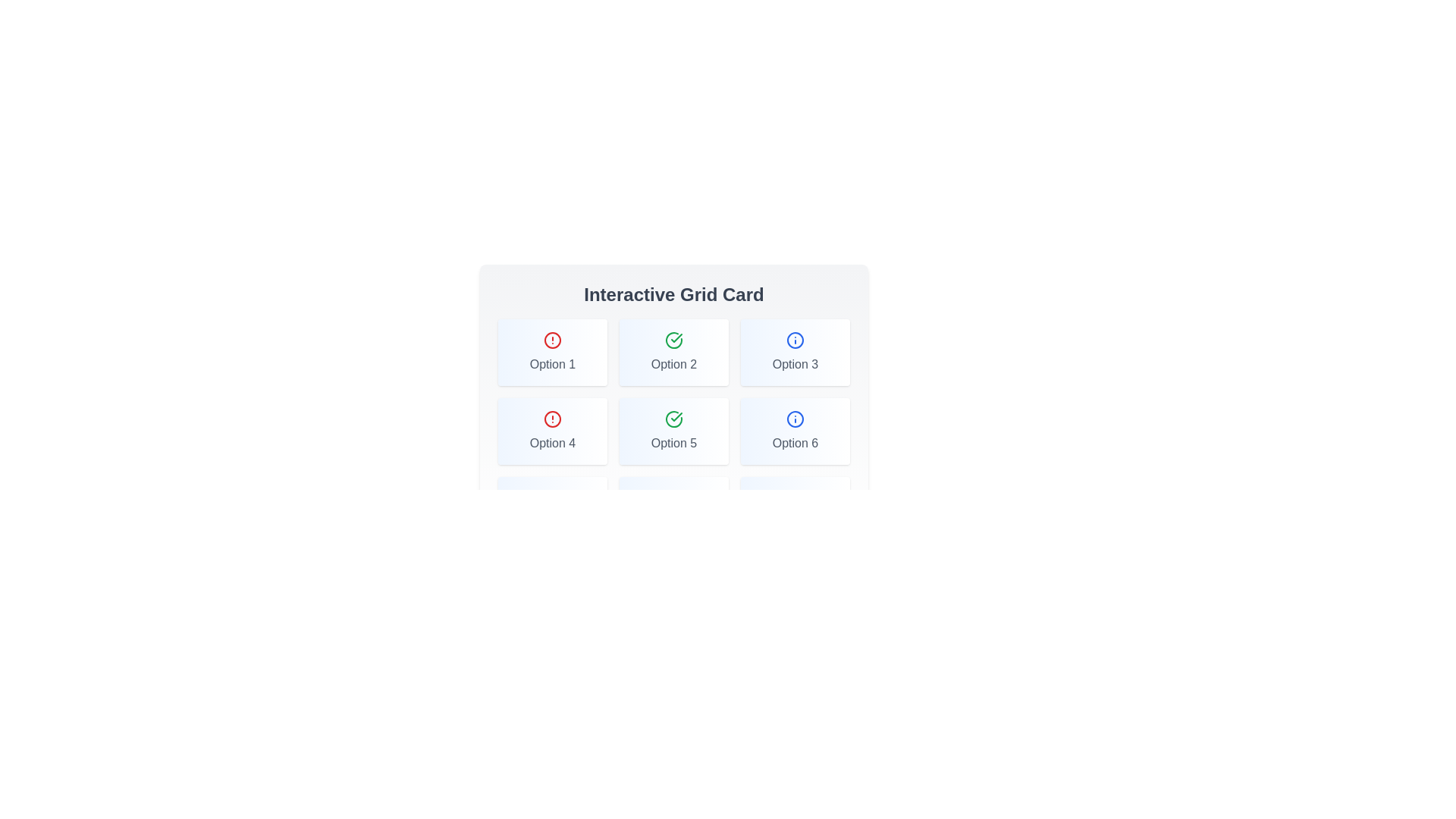  I want to click on the informational icon within the 'Option 3' box of the 'Interactive Grid Card', so click(795, 339).